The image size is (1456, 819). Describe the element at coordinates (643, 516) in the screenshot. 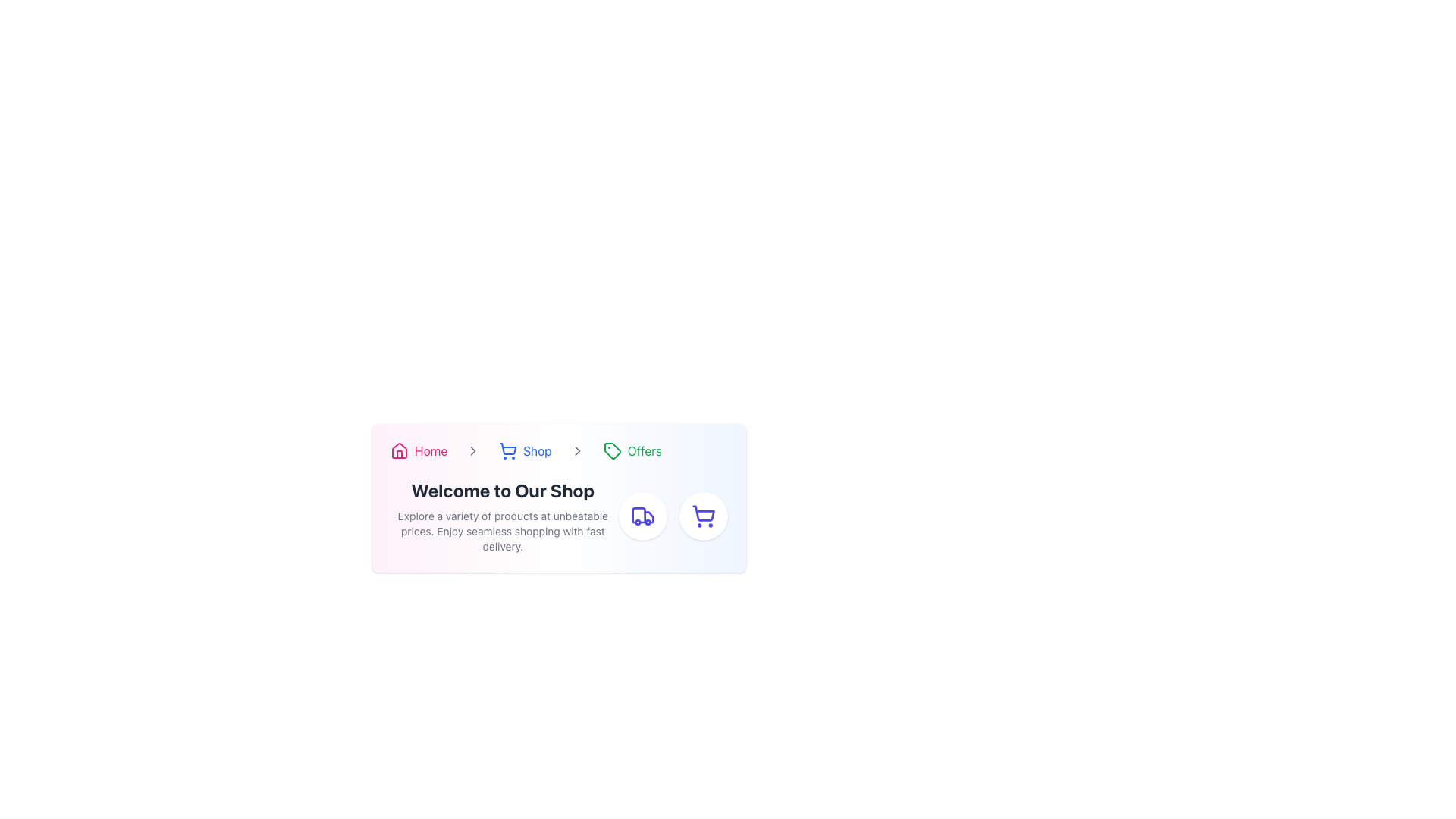

I see `the delivery truck icon button located within a circular control on the right-hand side of the welcome panel` at that location.